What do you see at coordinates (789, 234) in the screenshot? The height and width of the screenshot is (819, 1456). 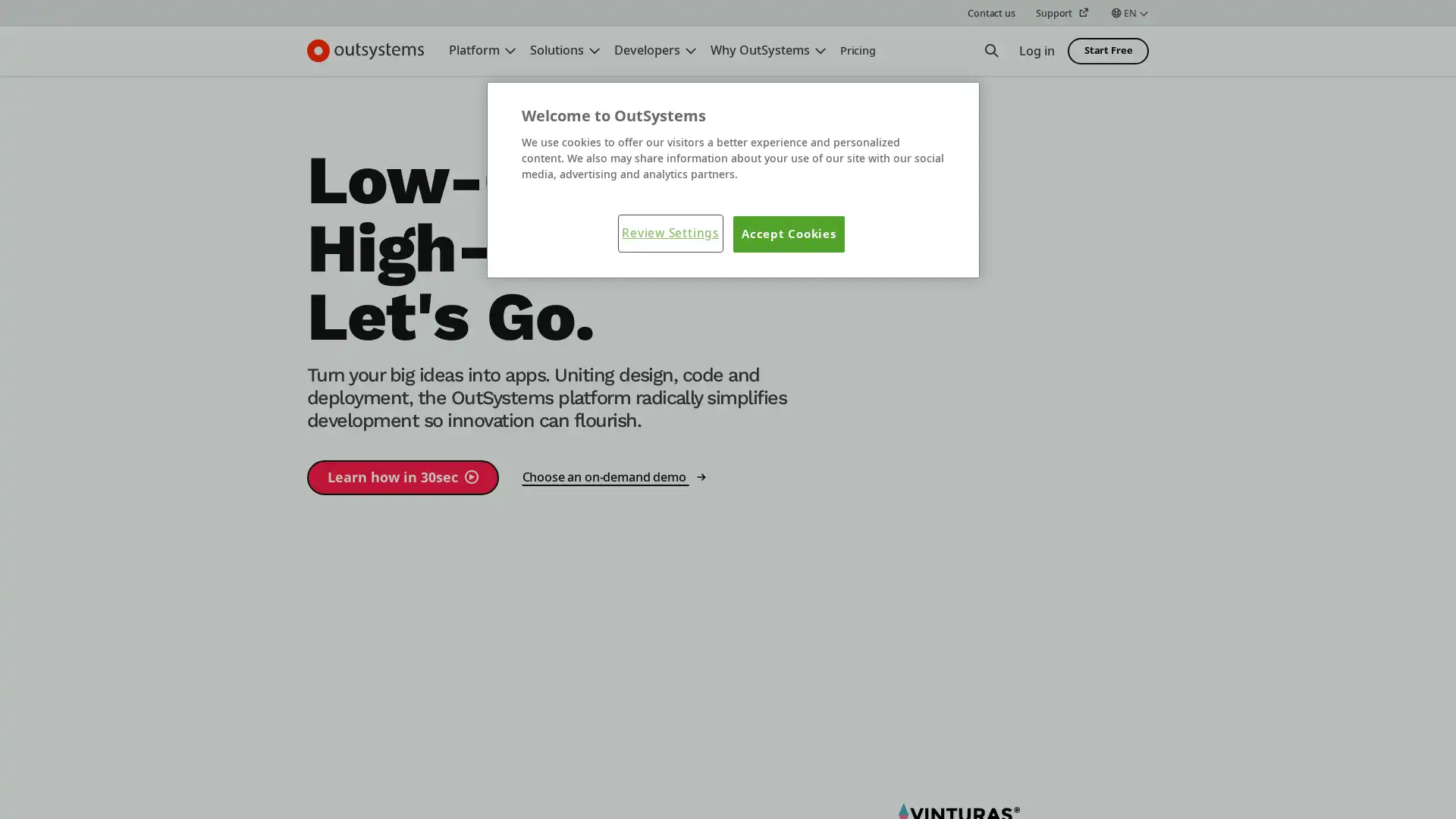 I see `Accept Cookies` at bounding box center [789, 234].